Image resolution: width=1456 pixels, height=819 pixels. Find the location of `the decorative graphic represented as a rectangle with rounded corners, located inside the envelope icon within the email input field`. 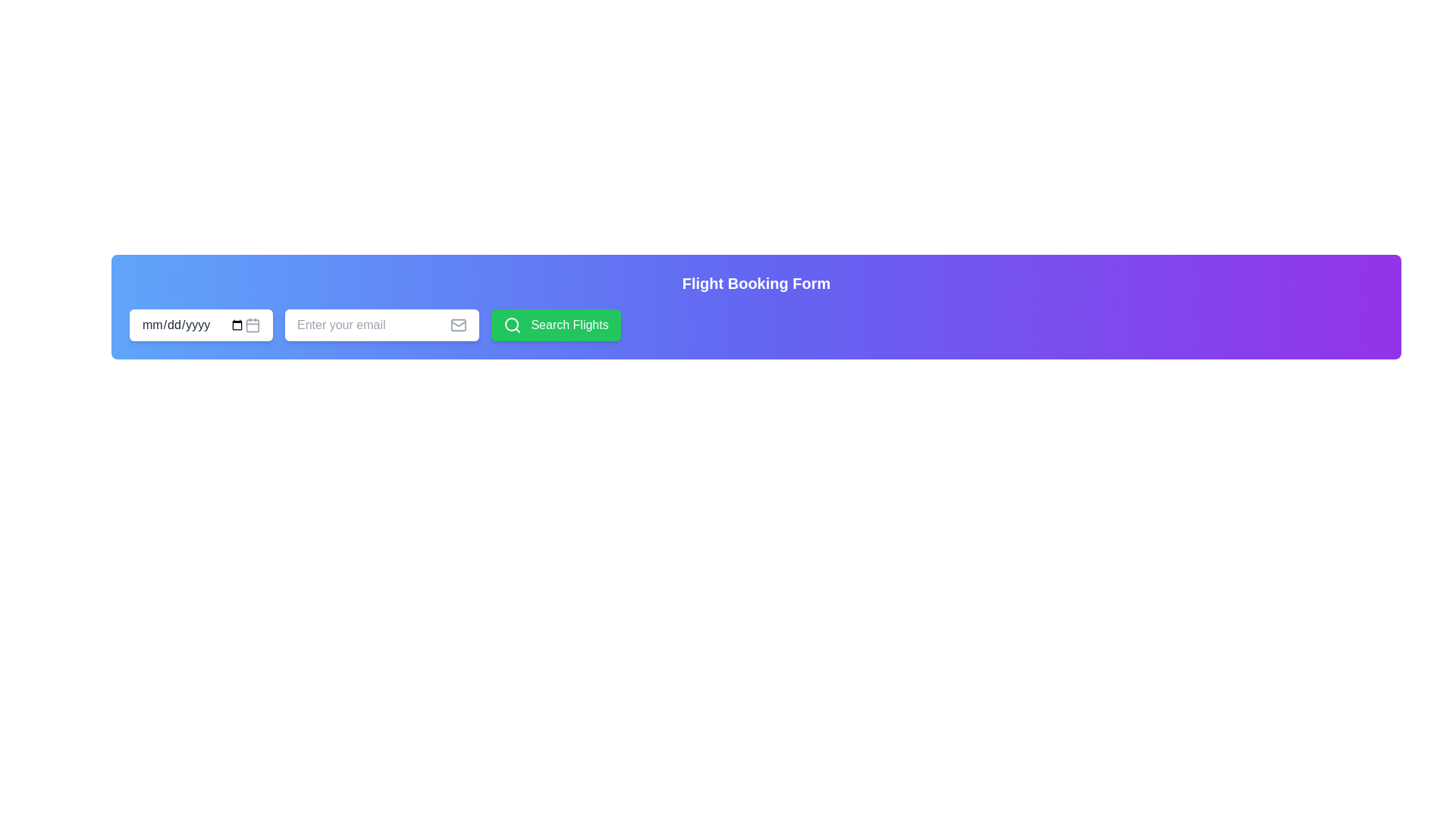

the decorative graphic represented as a rectangle with rounded corners, located inside the envelope icon within the email input field is located at coordinates (458, 324).